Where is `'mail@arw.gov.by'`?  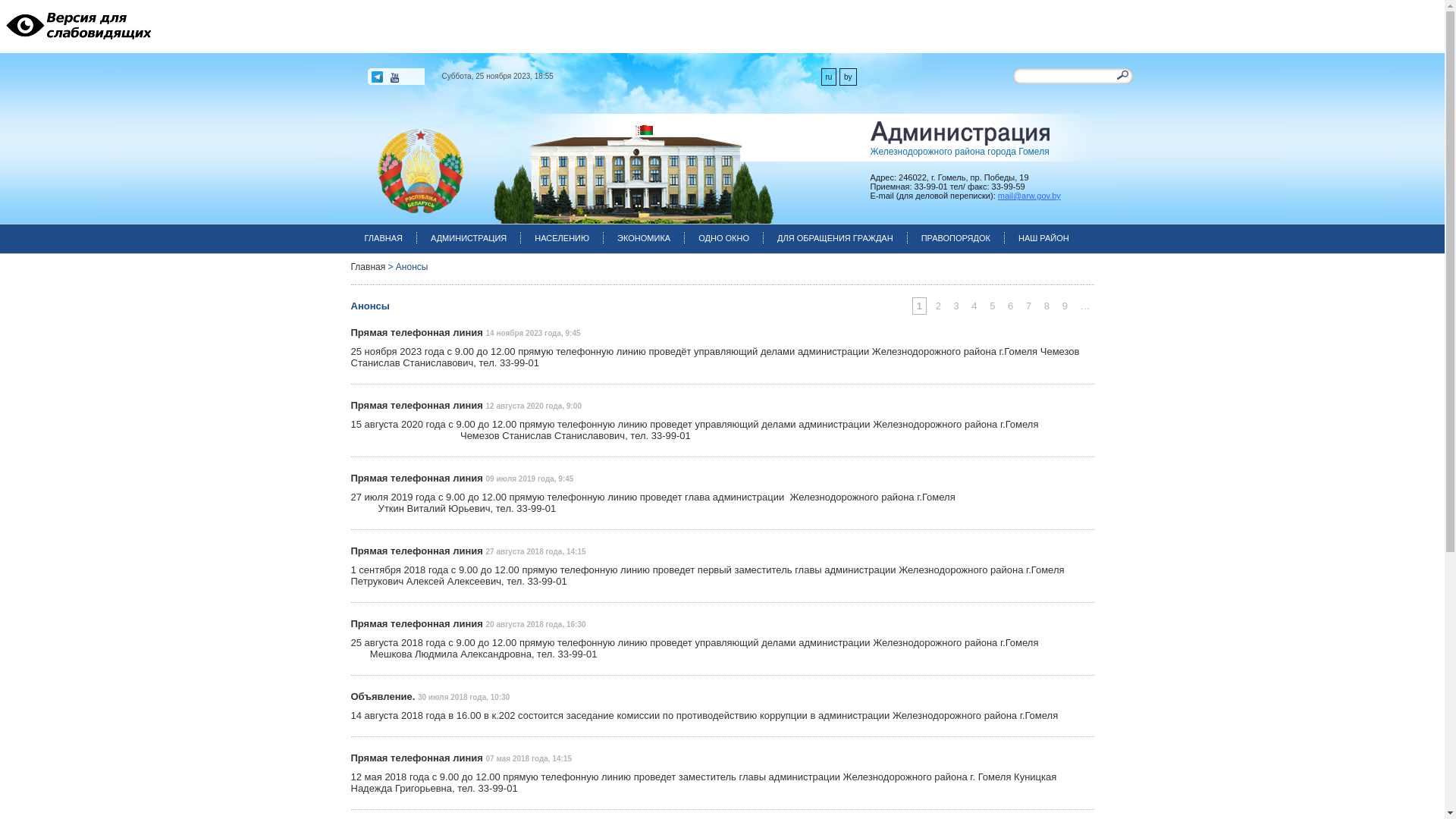 'mail@arw.gov.by' is located at coordinates (1029, 195).